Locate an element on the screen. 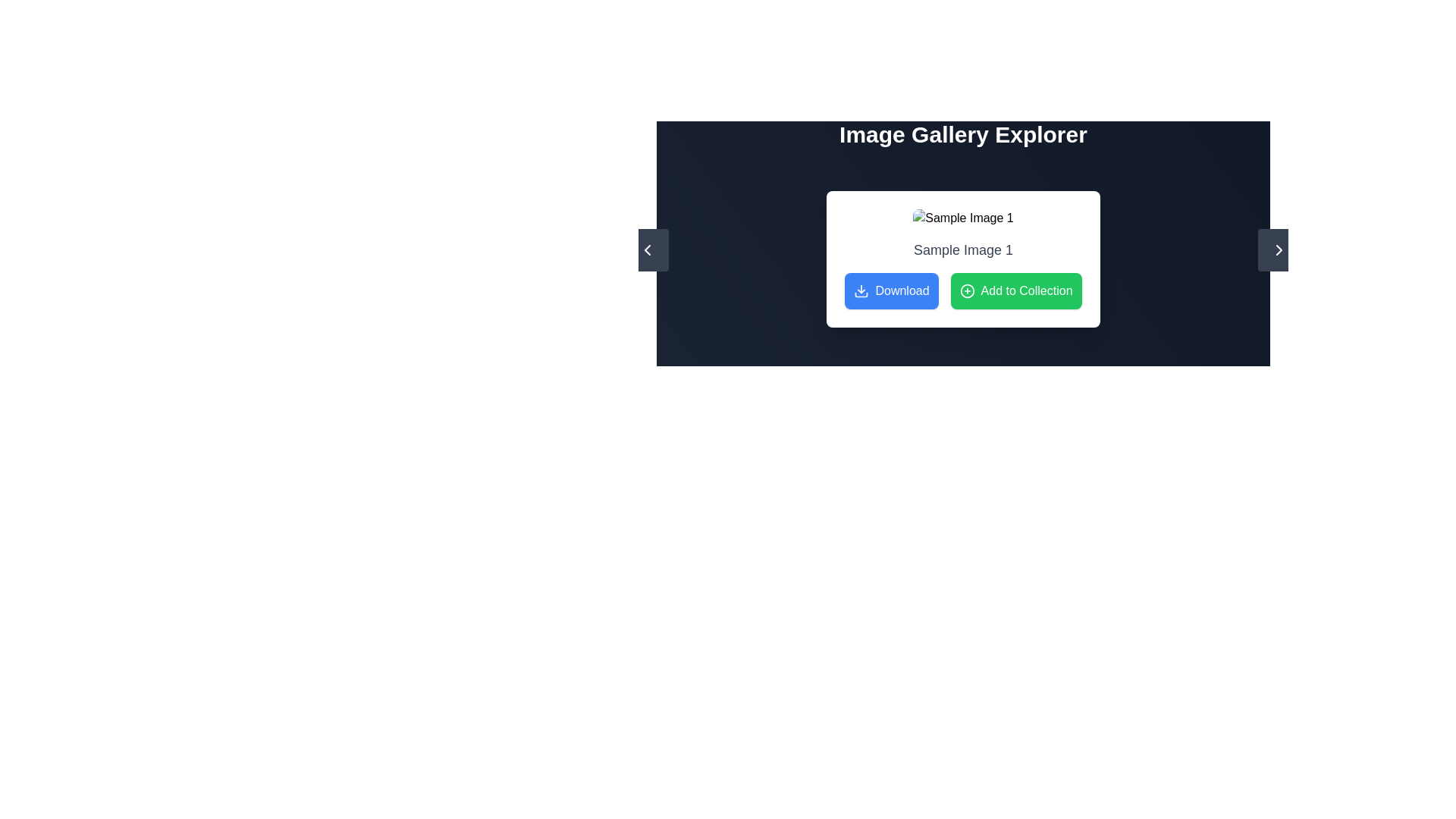 The height and width of the screenshot is (819, 1456). the left-pointing chevron icon within the small rectangular button is located at coordinates (648, 249).